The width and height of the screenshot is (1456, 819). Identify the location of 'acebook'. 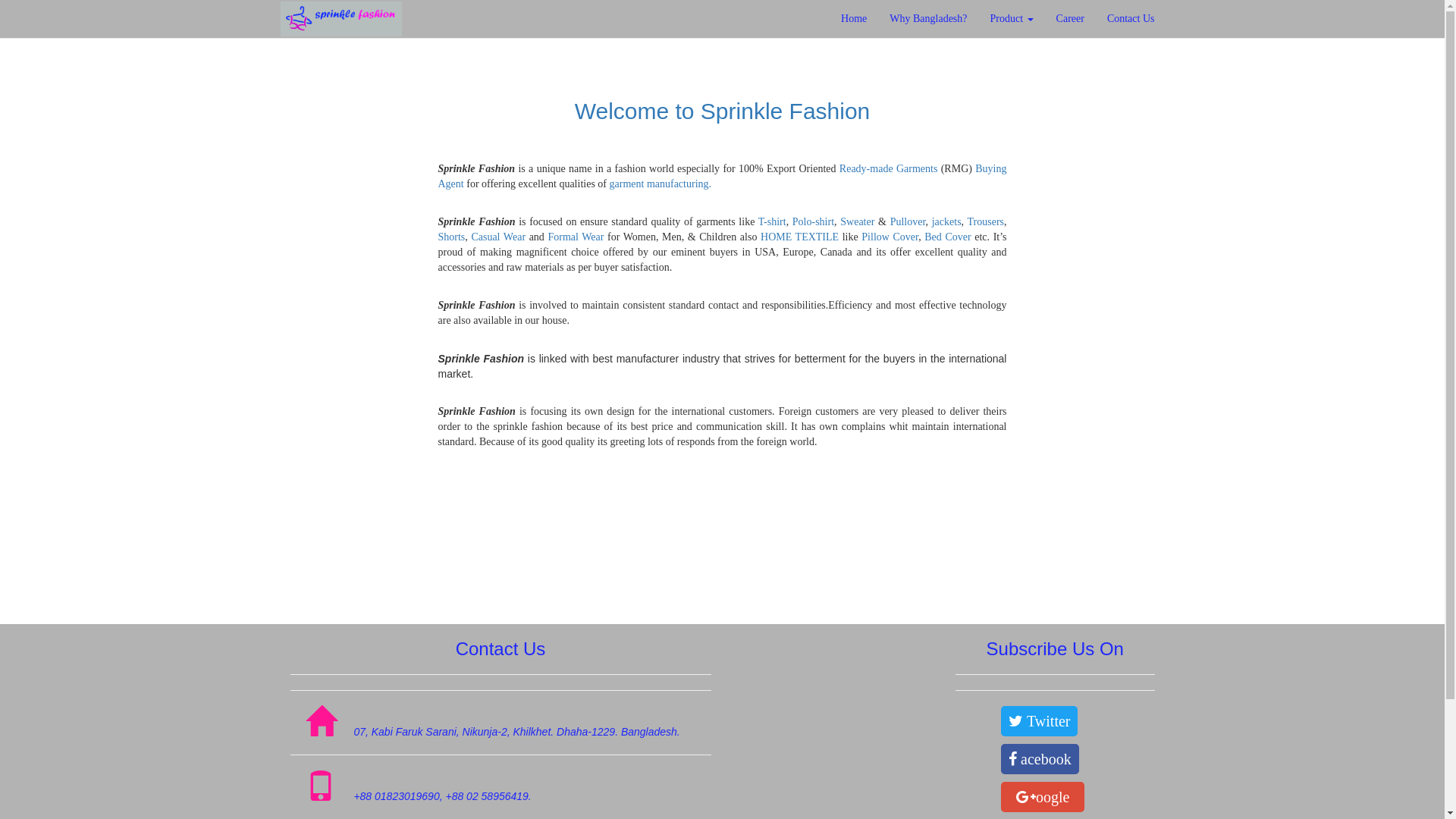
(1039, 759).